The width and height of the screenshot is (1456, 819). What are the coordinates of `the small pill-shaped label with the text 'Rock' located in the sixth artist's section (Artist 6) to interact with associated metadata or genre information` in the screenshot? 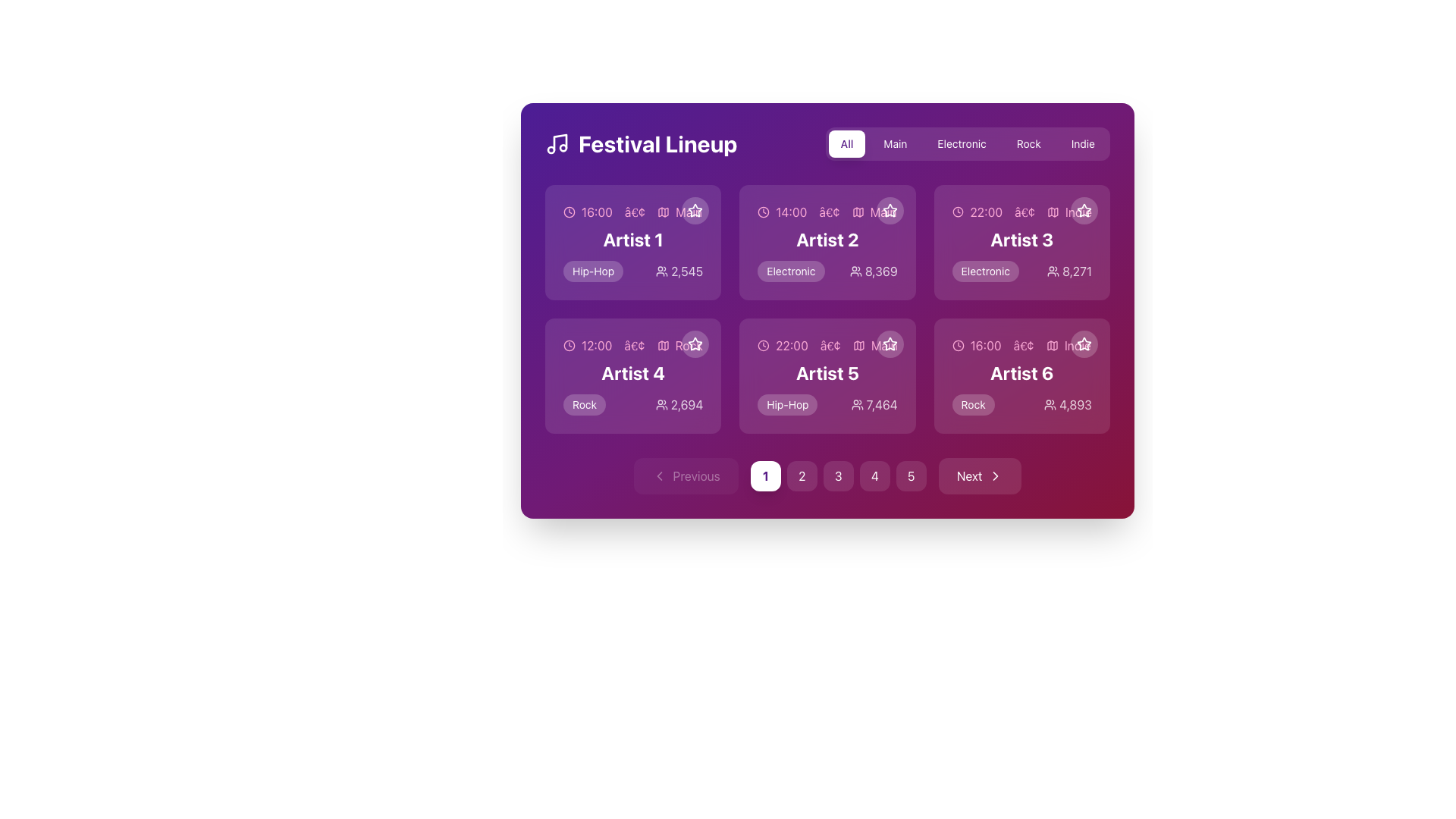 It's located at (973, 403).